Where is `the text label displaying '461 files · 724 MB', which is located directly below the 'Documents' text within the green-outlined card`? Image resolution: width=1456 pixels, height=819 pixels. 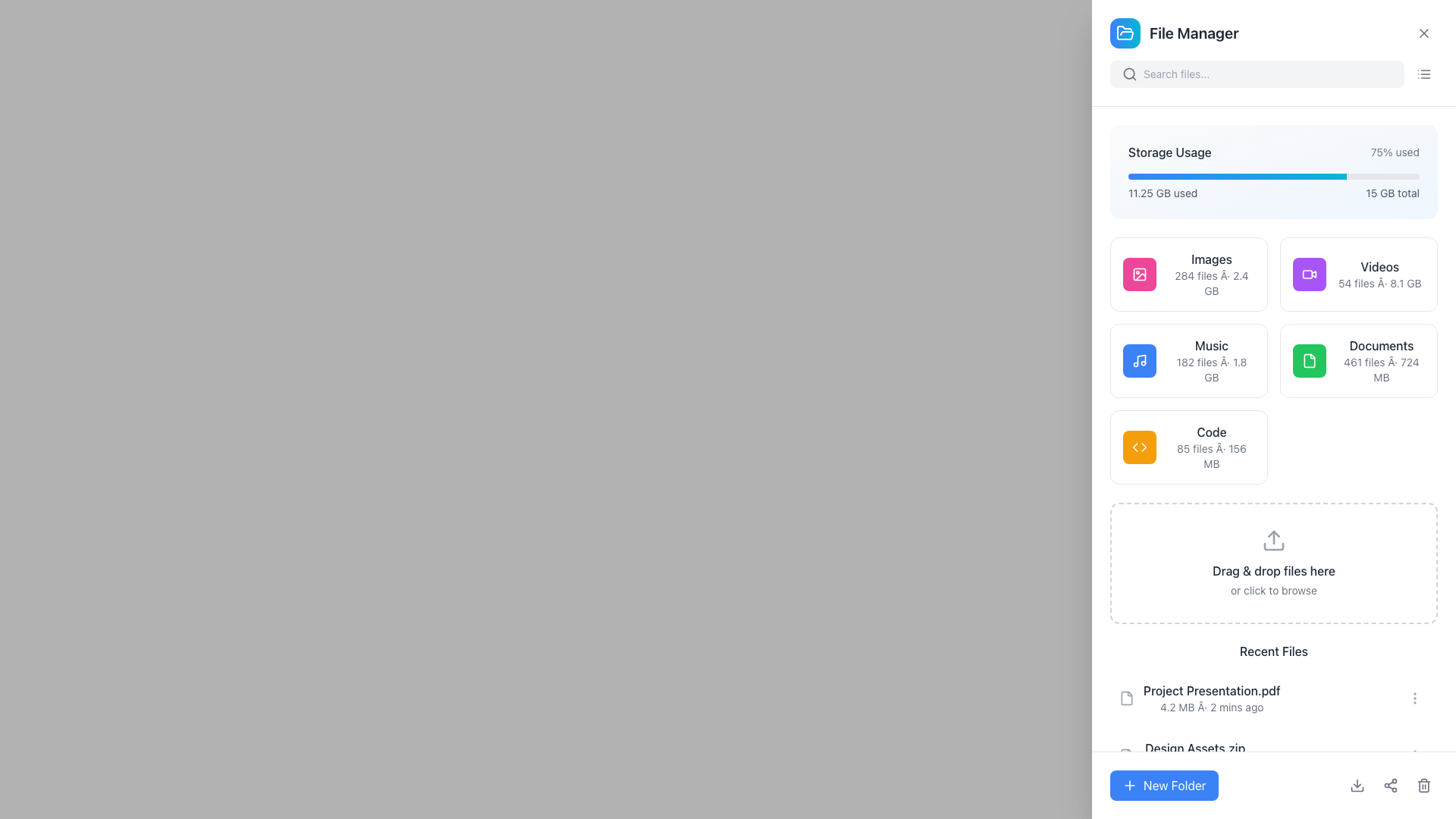 the text label displaying '461 files · 724 MB', which is located directly below the 'Documents' text within the green-outlined card is located at coordinates (1382, 370).